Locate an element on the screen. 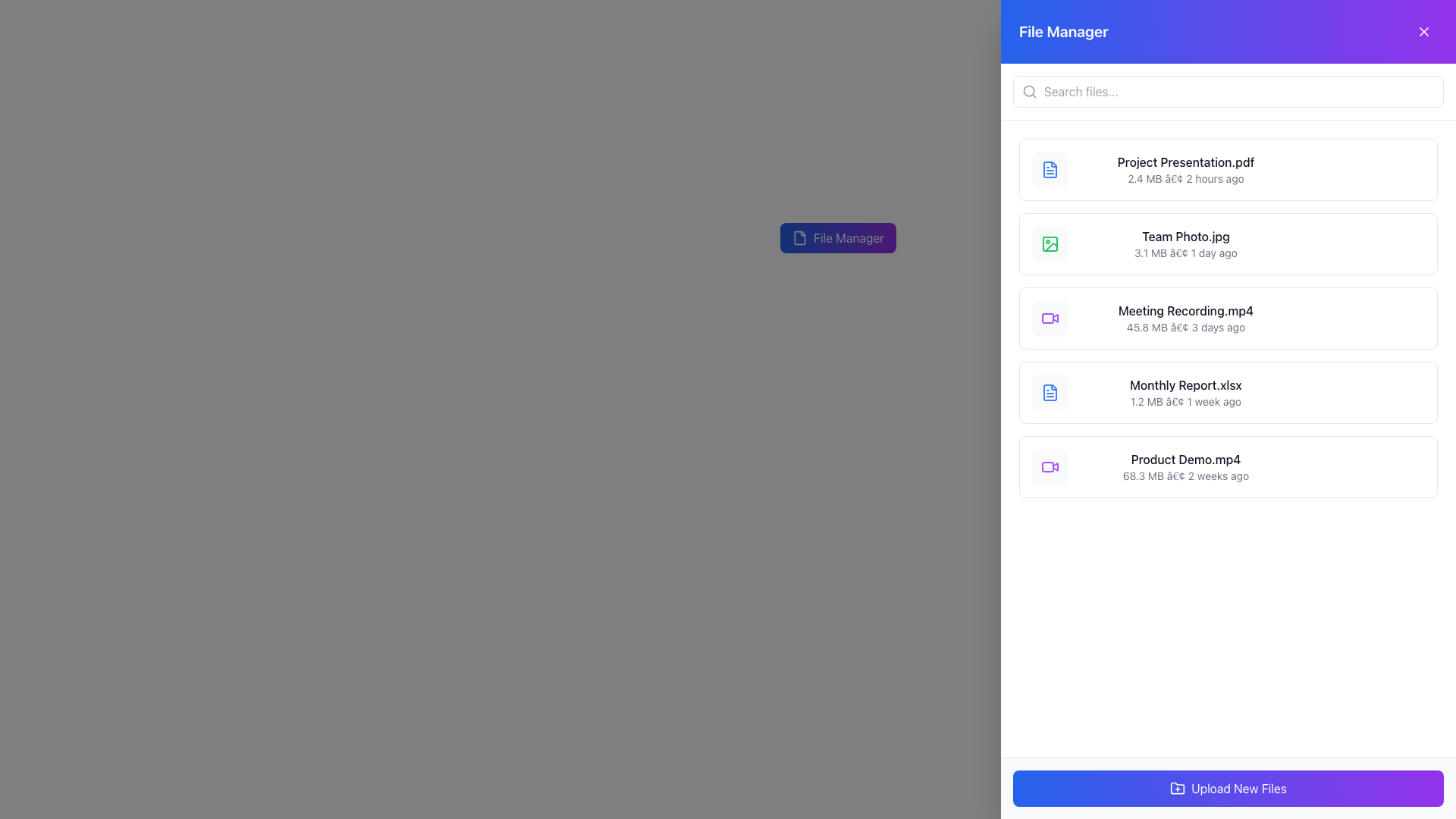 The width and height of the screenshot is (1456, 819). the file entry labeled 'Monthly Report.xlsx' is located at coordinates (1185, 391).